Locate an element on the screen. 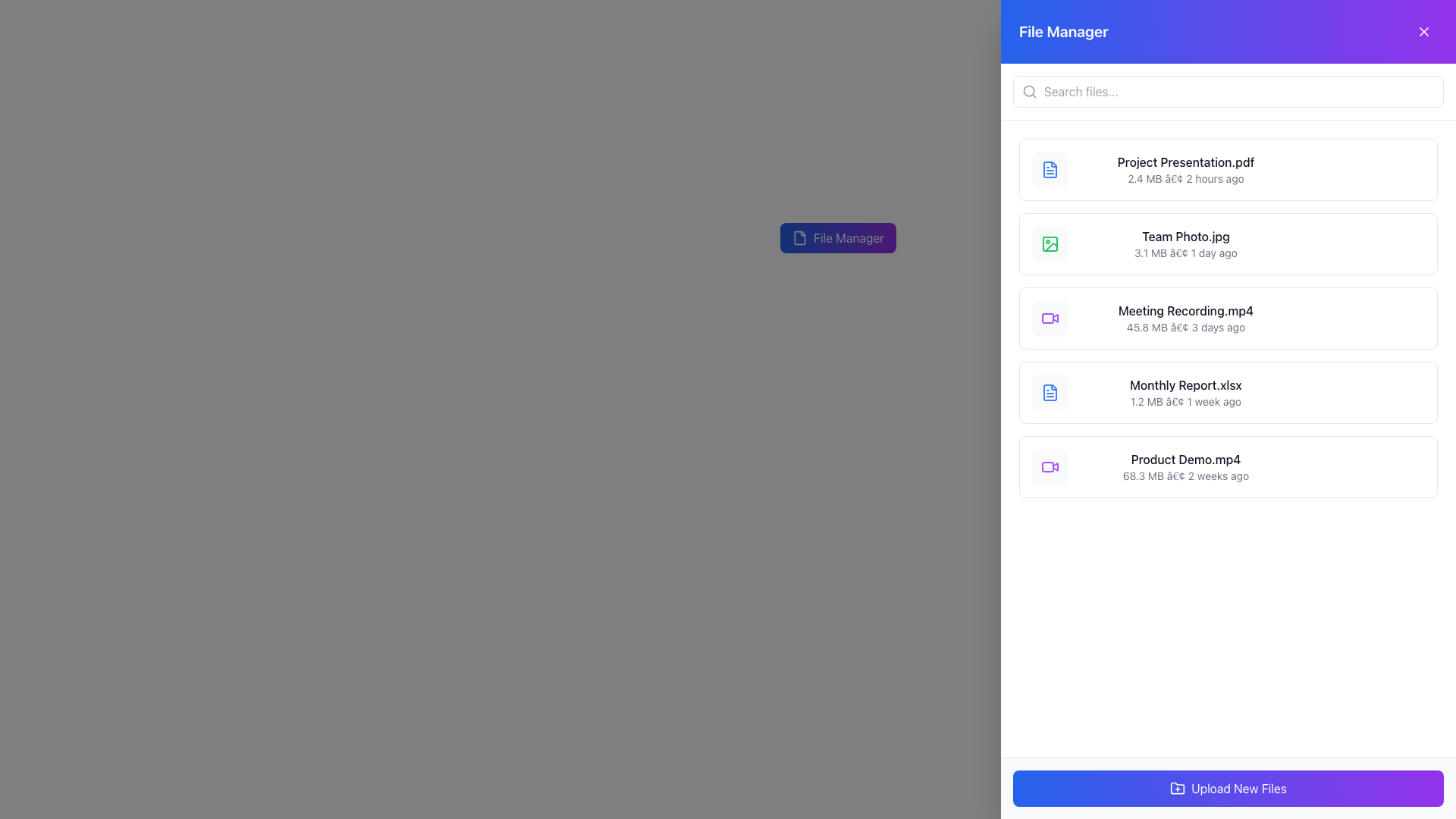 The width and height of the screenshot is (1456, 819). the file entry labeled 'Monthly Report.xlsx' is located at coordinates (1185, 391).